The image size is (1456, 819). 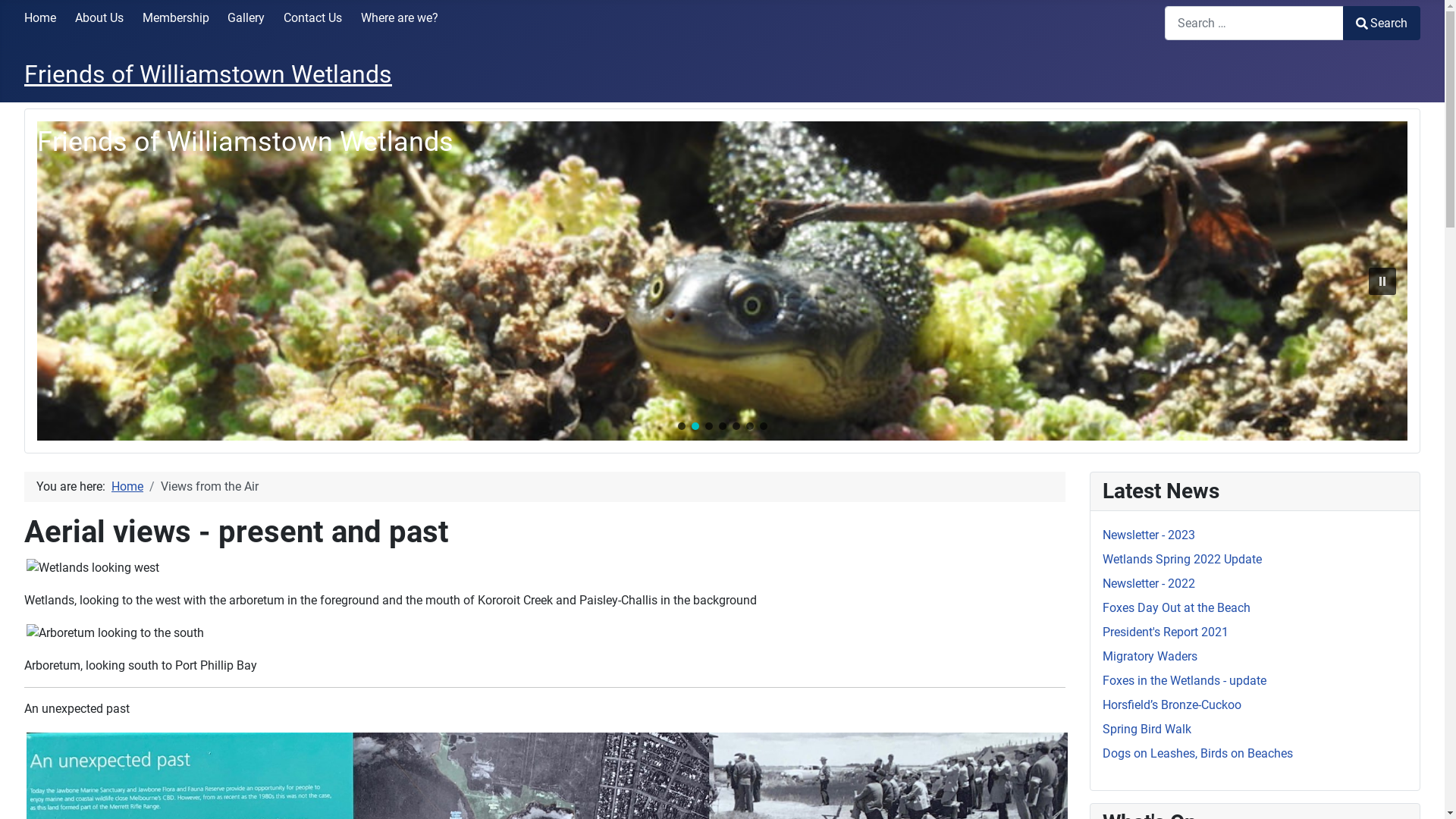 What do you see at coordinates (1103, 753) in the screenshot?
I see `'Dogs on Leashes, Birds on Beaches'` at bounding box center [1103, 753].